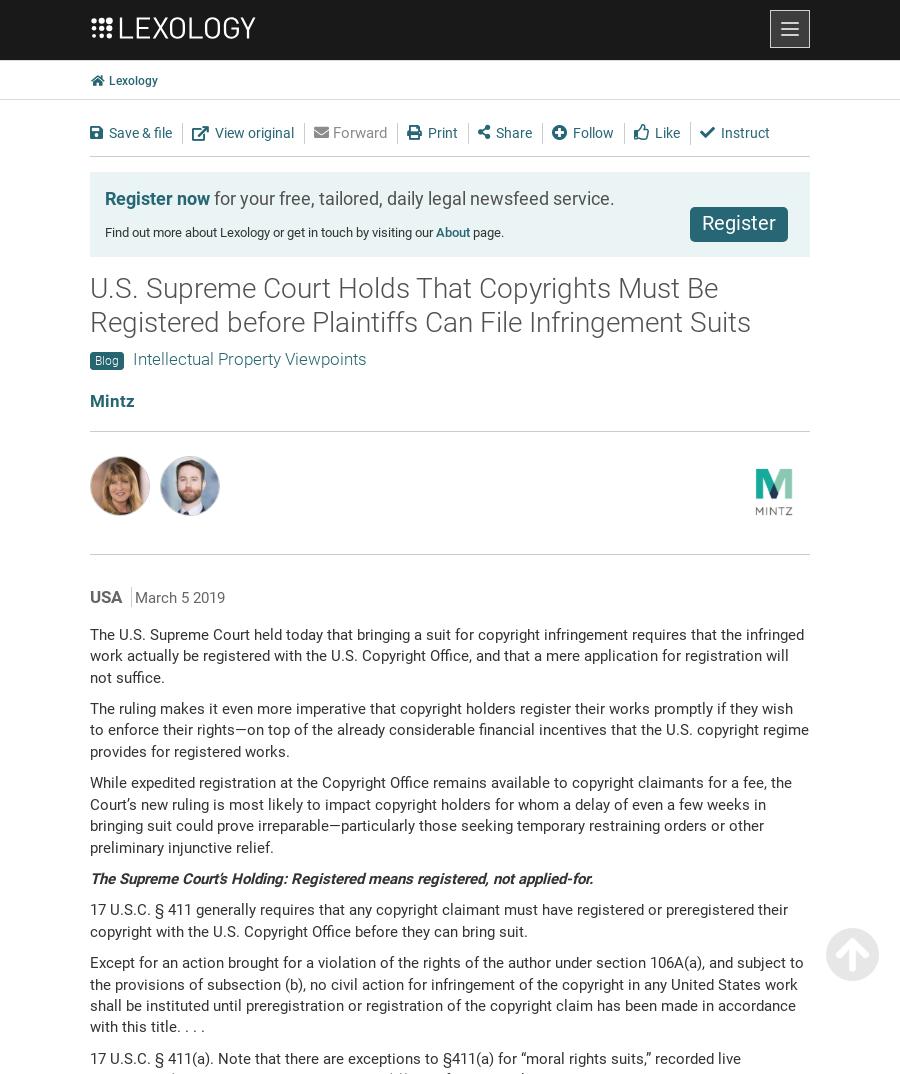 This screenshot has height=1074, width=900. What do you see at coordinates (591, 876) in the screenshot?
I see `'.'` at bounding box center [591, 876].